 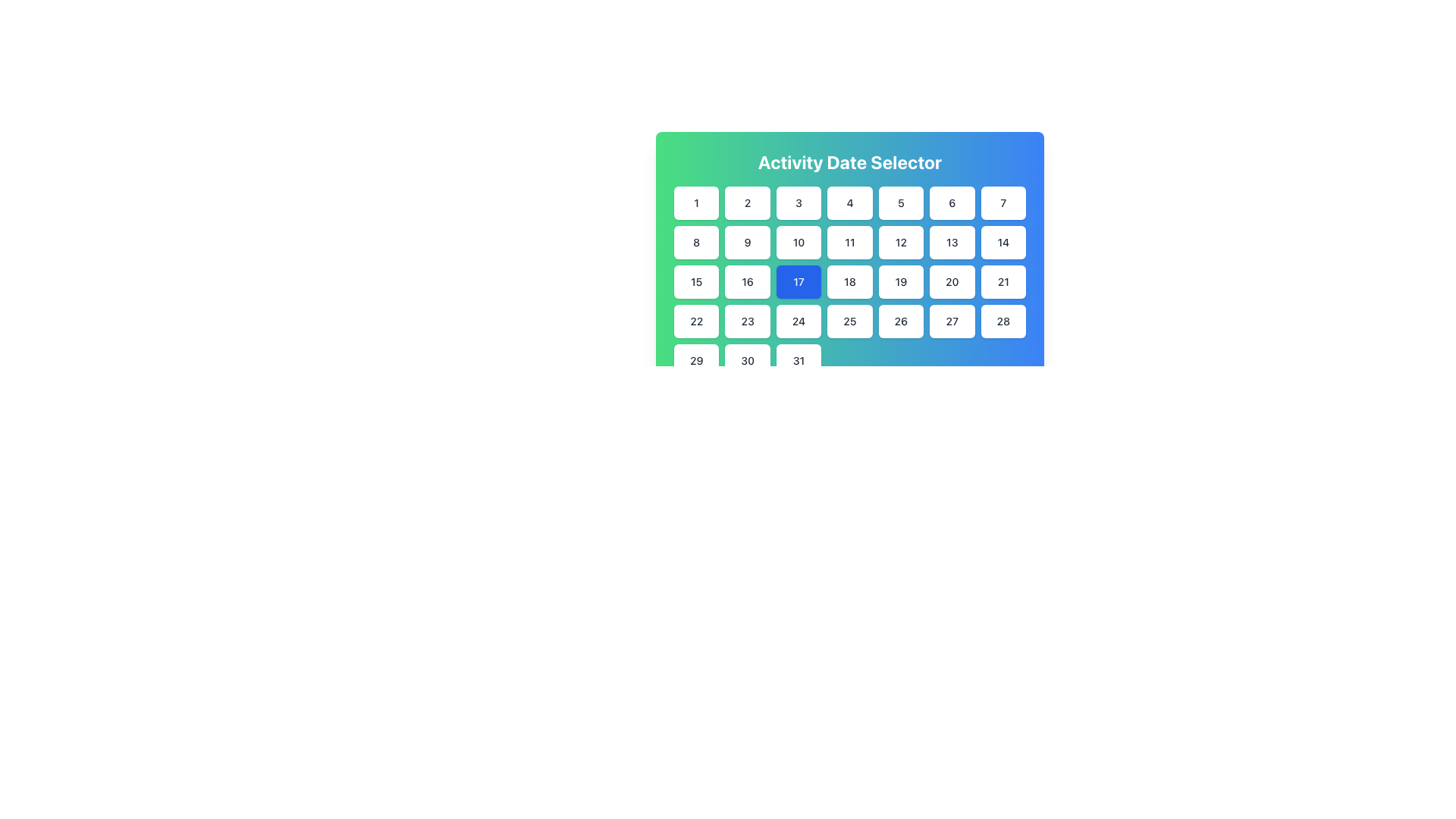 What do you see at coordinates (798, 202) in the screenshot?
I see `the white rectangular button with rounded corners containing the text '3'` at bounding box center [798, 202].